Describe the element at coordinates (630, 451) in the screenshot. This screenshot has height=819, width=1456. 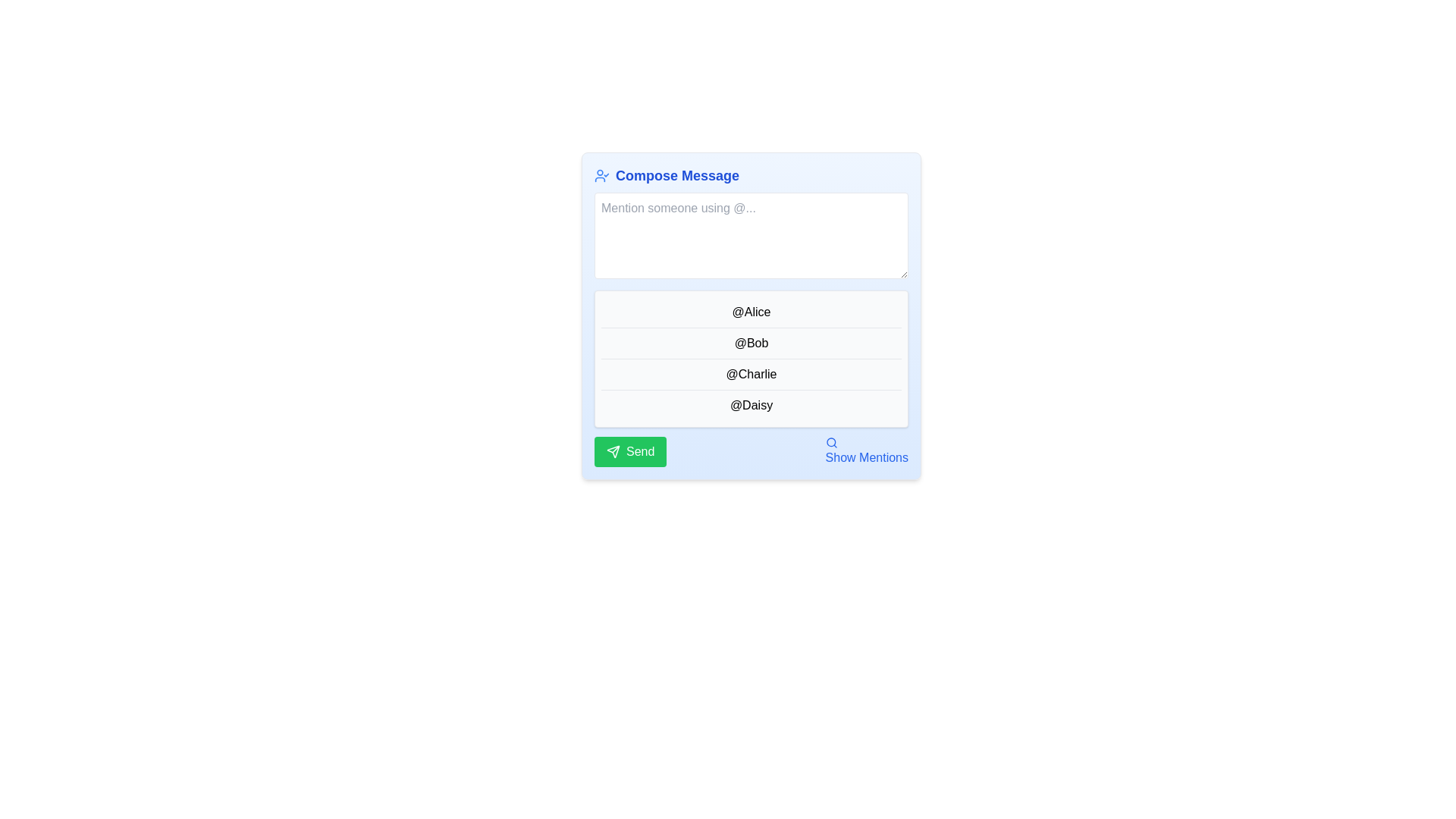
I see `the green button labeled 'Send' with a white paper plane icon` at that location.